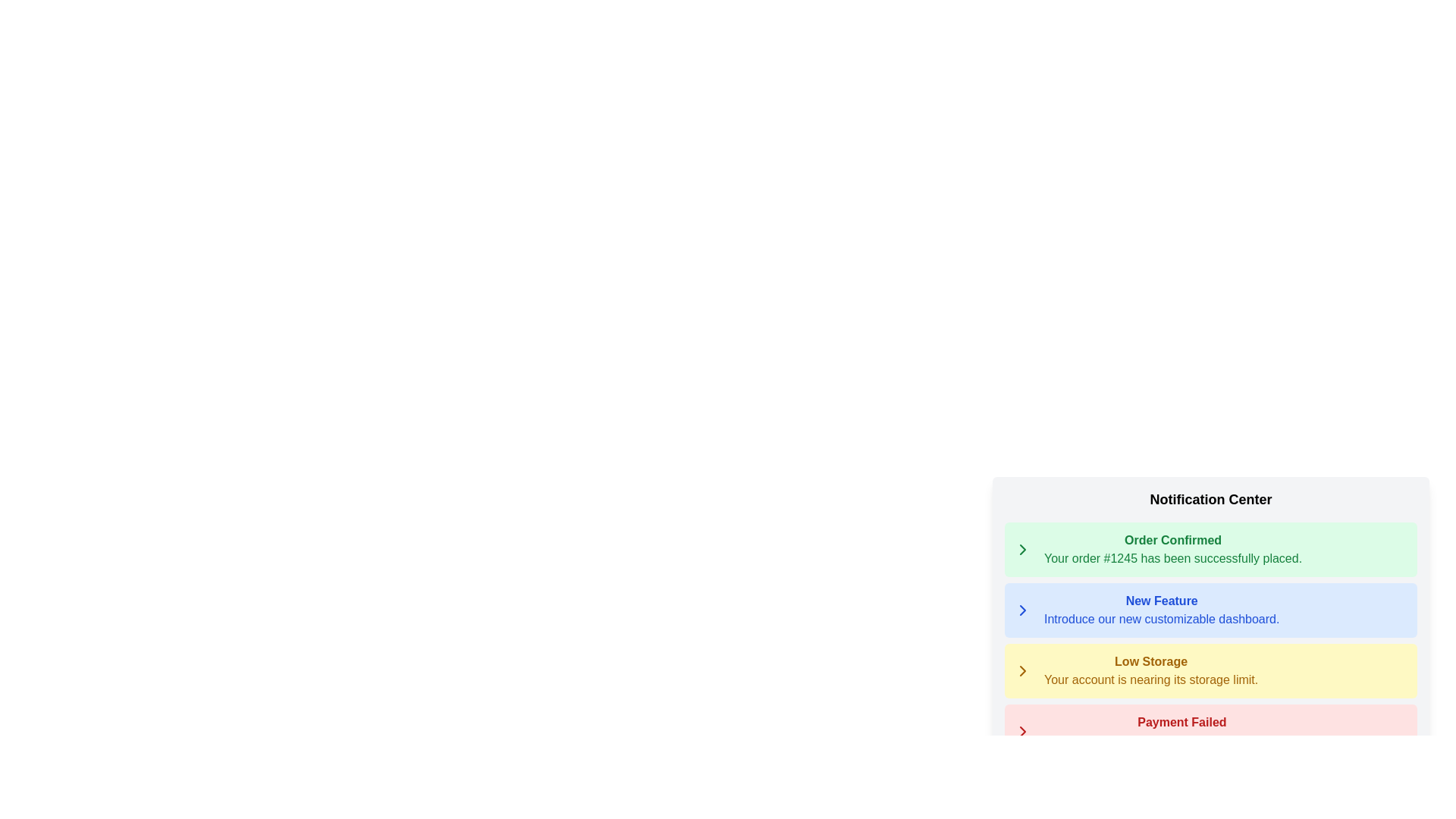 The image size is (1456, 819). Describe the element at coordinates (1181, 721) in the screenshot. I see `the text element displaying 'Payment Failed' in bold font, located at the bottom of a light red notification card in the notification list` at that location.